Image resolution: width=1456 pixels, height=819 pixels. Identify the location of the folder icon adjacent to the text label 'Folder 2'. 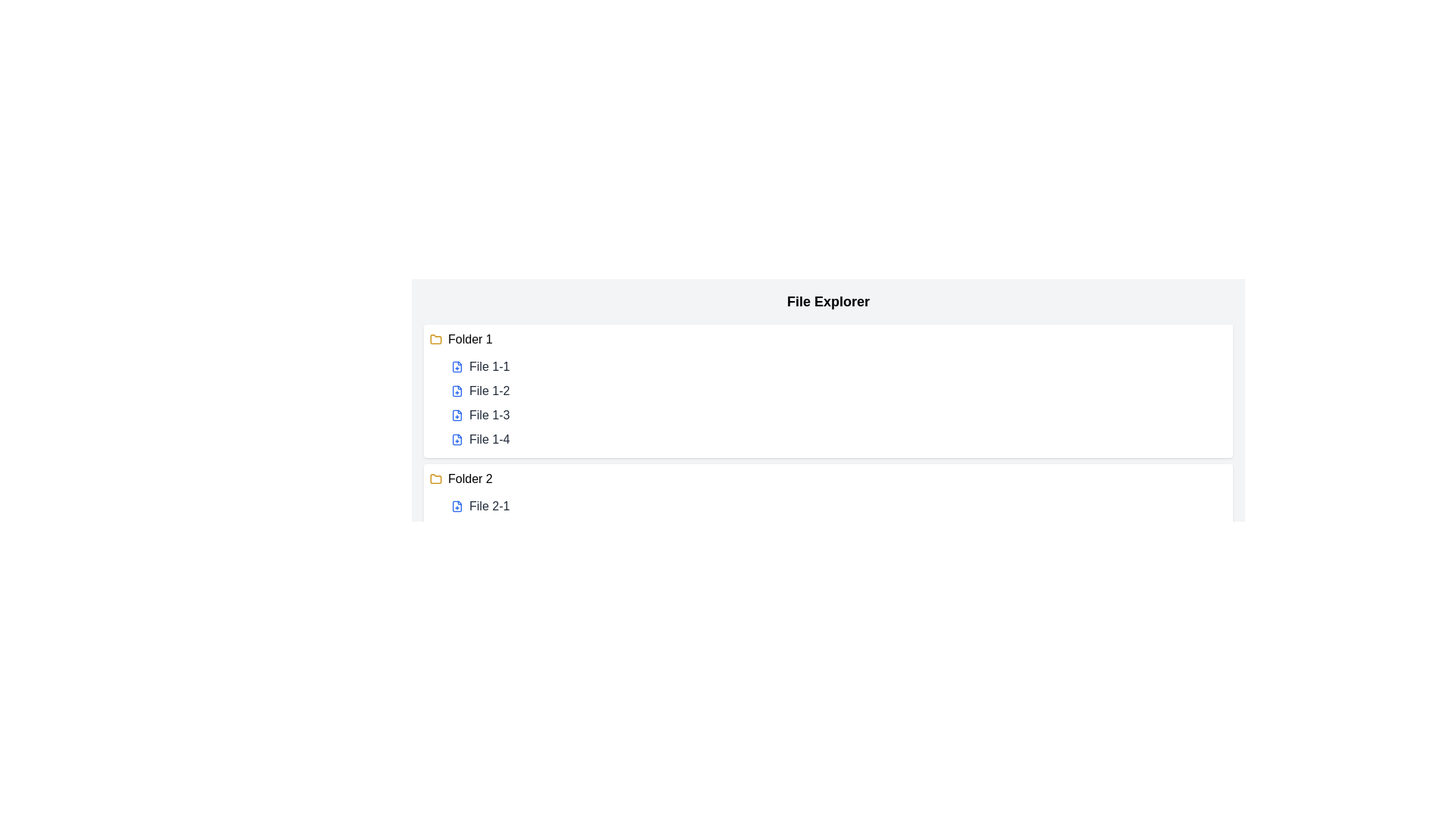
(435, 479).